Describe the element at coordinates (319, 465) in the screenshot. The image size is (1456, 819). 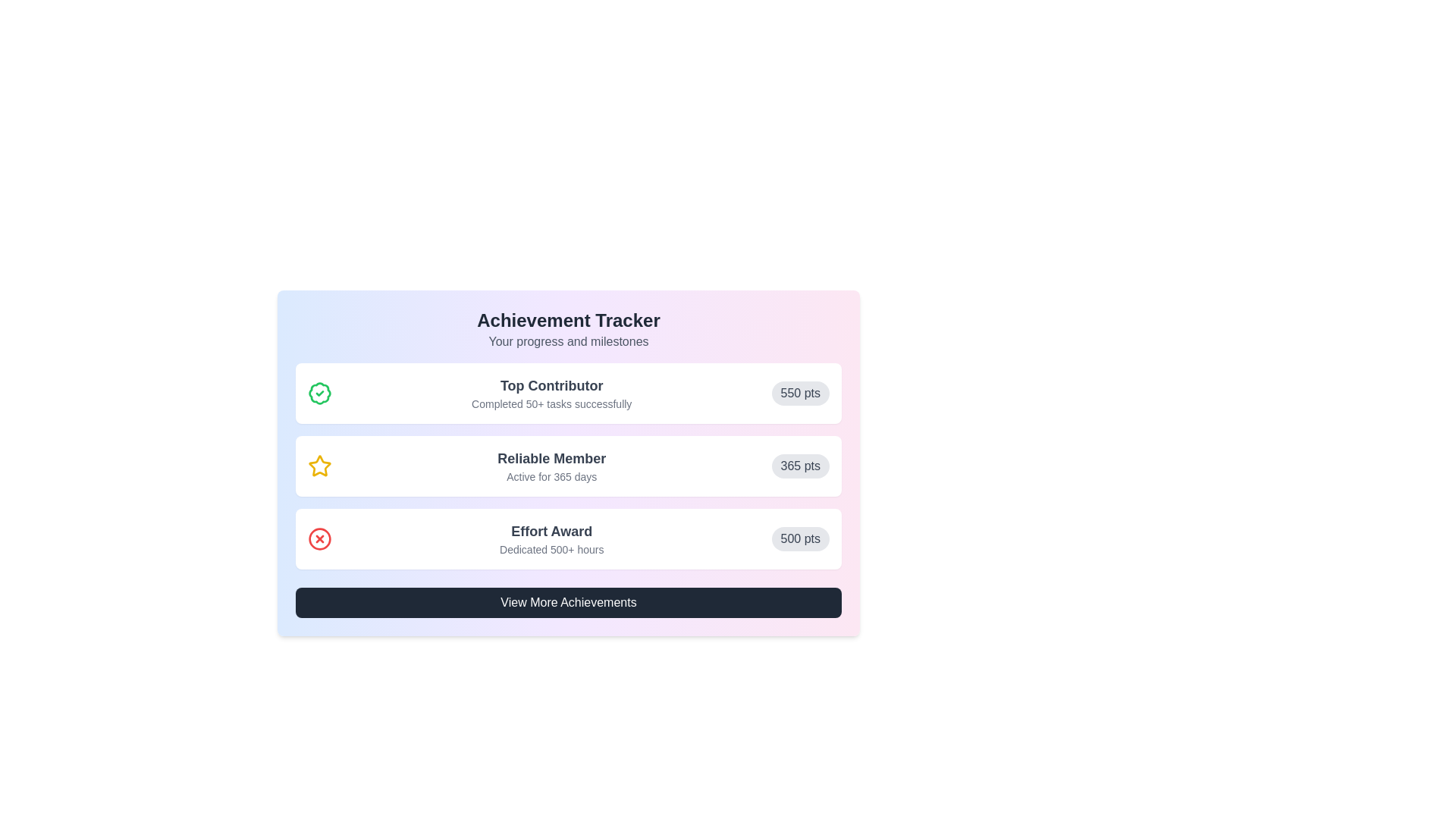
I see `the five-pointed star icon, which is golden yellow and outlined in a darker shade, located in the second row of the 'Achievement Tracker' list near the label 'Reliable Member'` at that location.